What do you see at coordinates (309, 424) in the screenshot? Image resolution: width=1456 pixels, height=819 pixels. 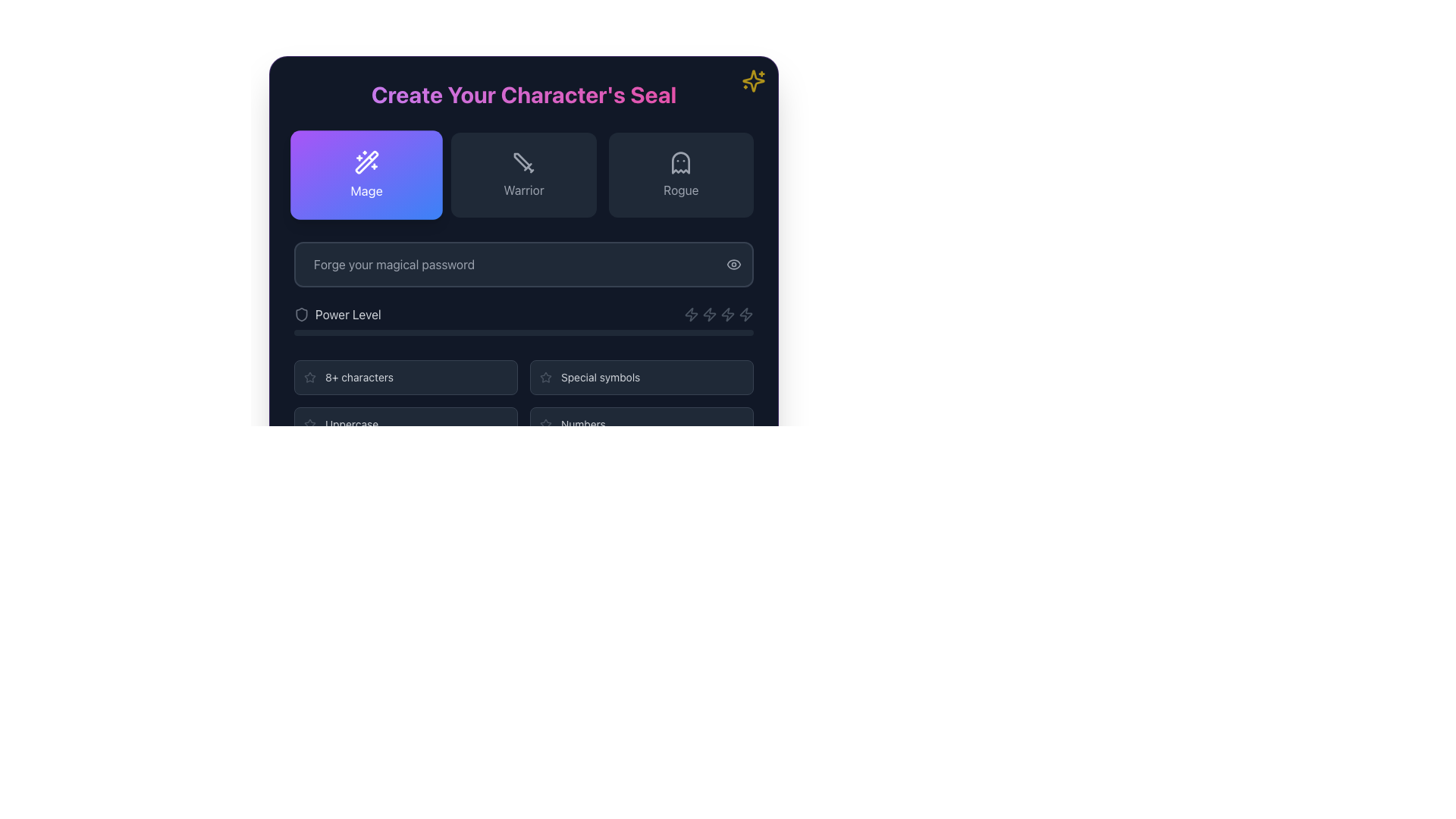 I see `the star-shaped icon with a simple outline, located to the left of the label text 'Uppercase'` at bounding box center [309, 424].